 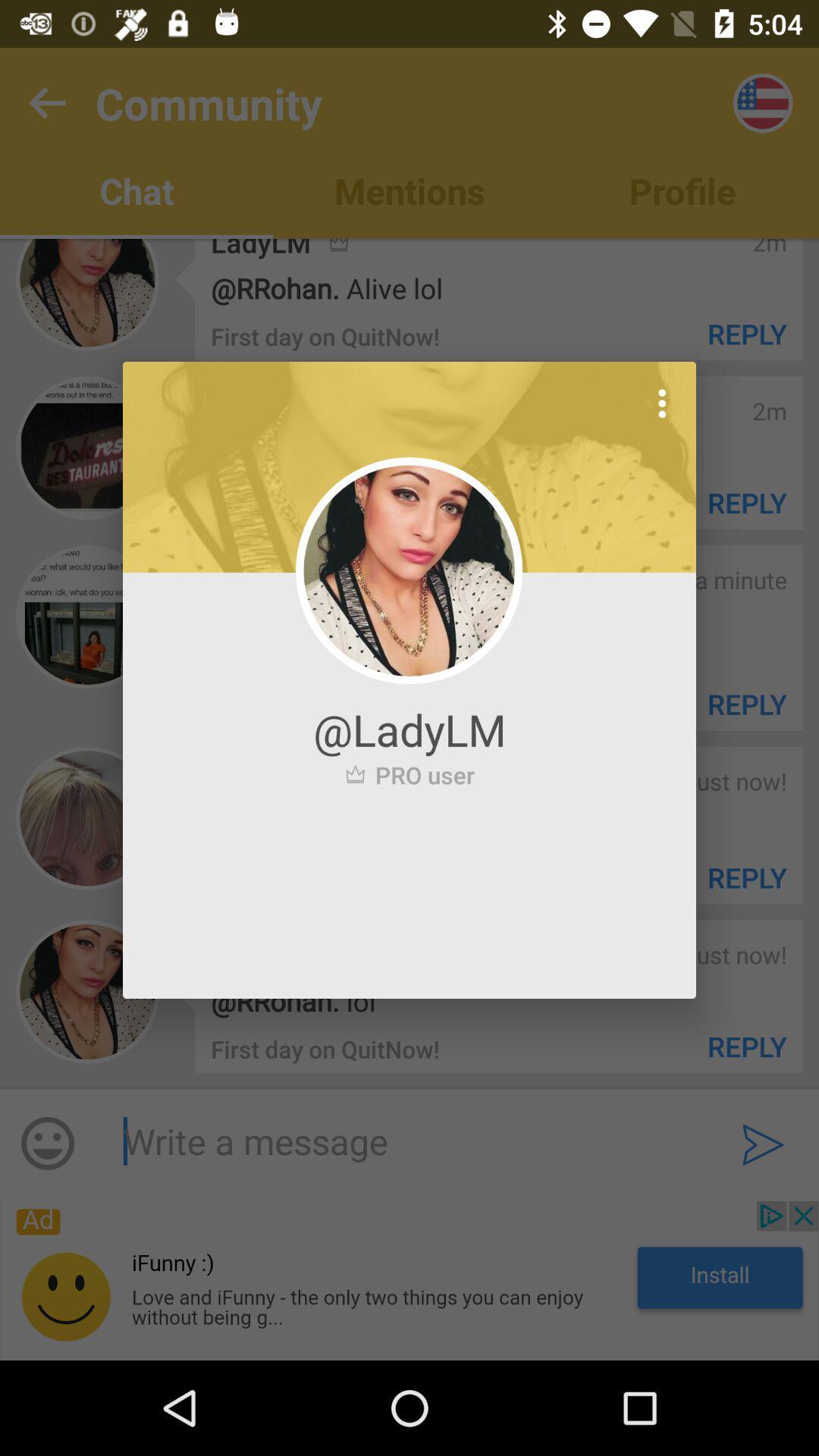 What do you see at coordinates (661, 403) in the screenshot?
I see `item above @ladylm` at bounding box center [661, 403].